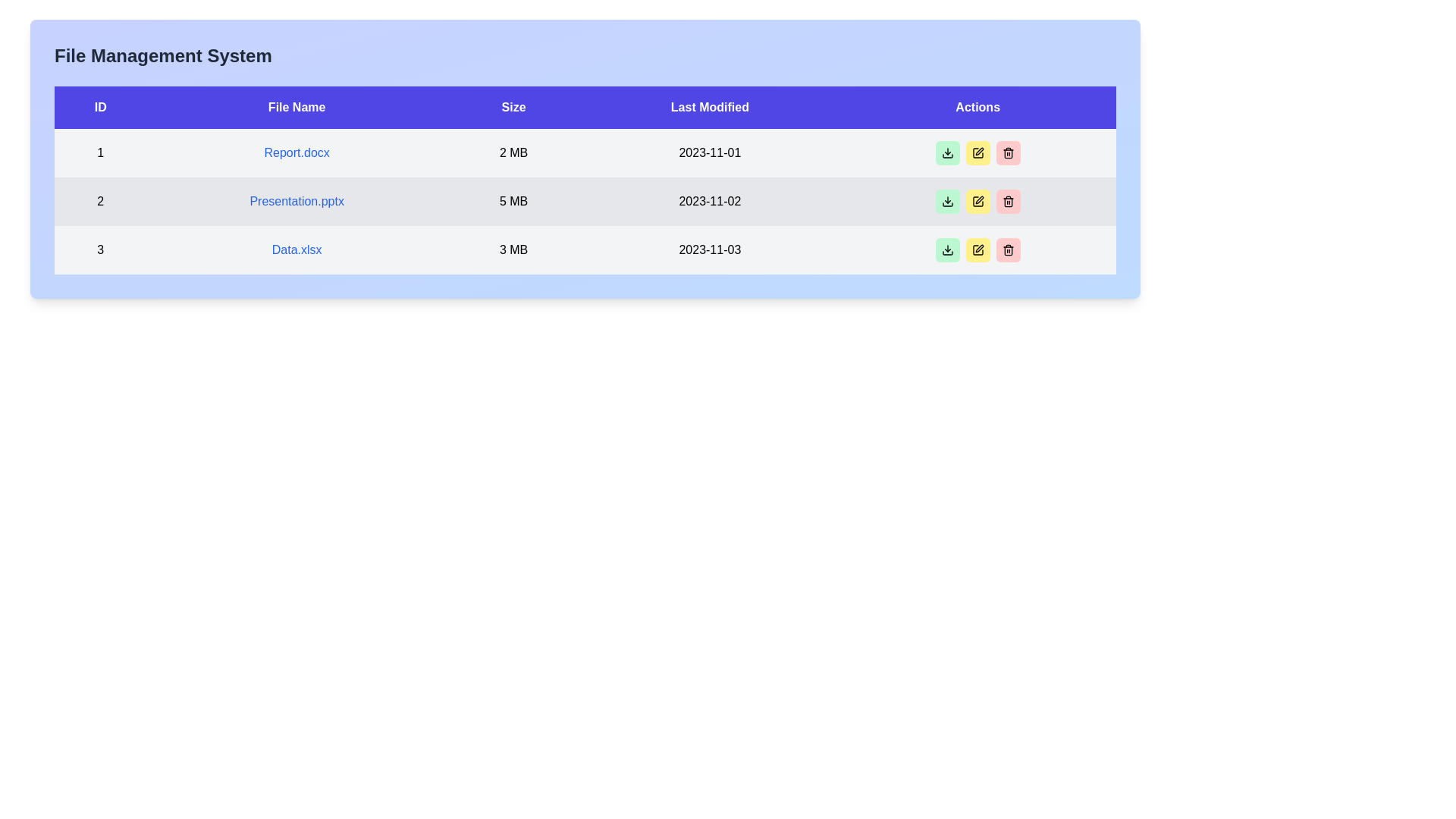  I want to click on the edit button located in the 'Actions' column for the file 'Data.xlsx', which is the second button, positioned between the green download button and the red delete button, so click(977, 249).